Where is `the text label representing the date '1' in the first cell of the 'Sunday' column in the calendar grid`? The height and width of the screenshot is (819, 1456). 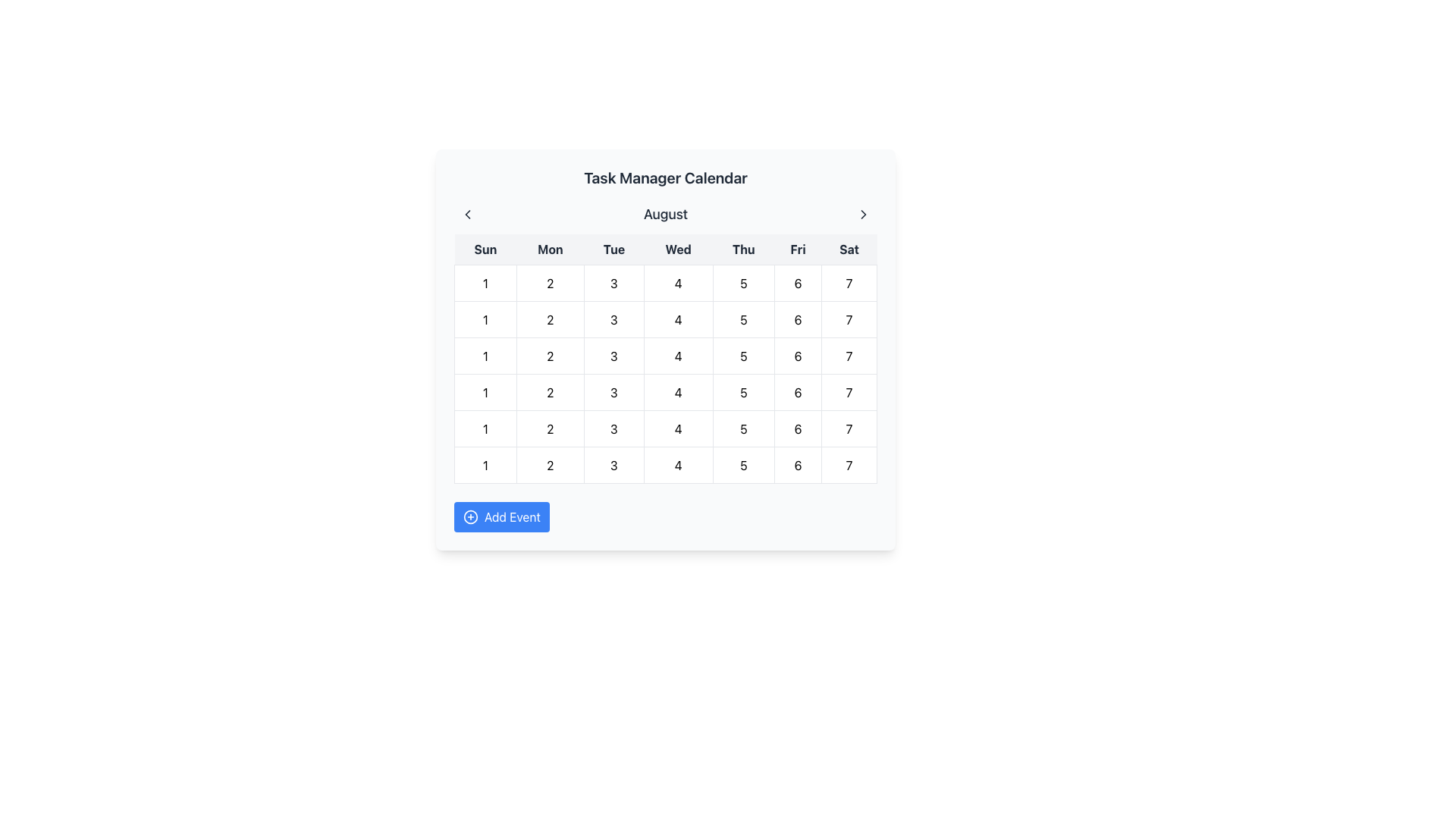
the text label representing the date '1' in the first cell of the 'Sunday' column in the calendar grid is located at coordinates (485, 318).